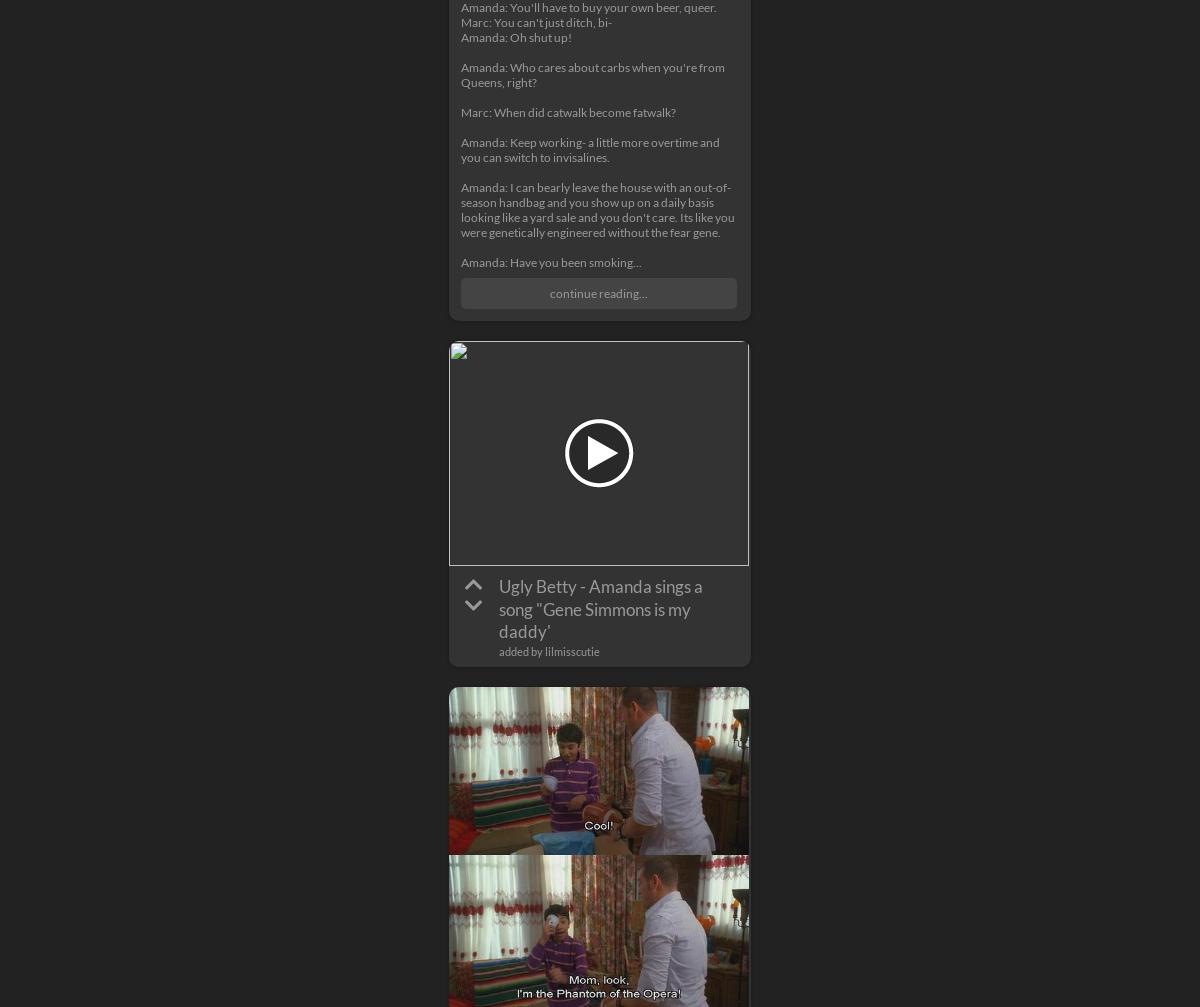 The image size is (1200, 1007). Describe the element at coordinates (515, 37) in the screenshot. I see `'Amanda: Oh shut up!'` at that location.